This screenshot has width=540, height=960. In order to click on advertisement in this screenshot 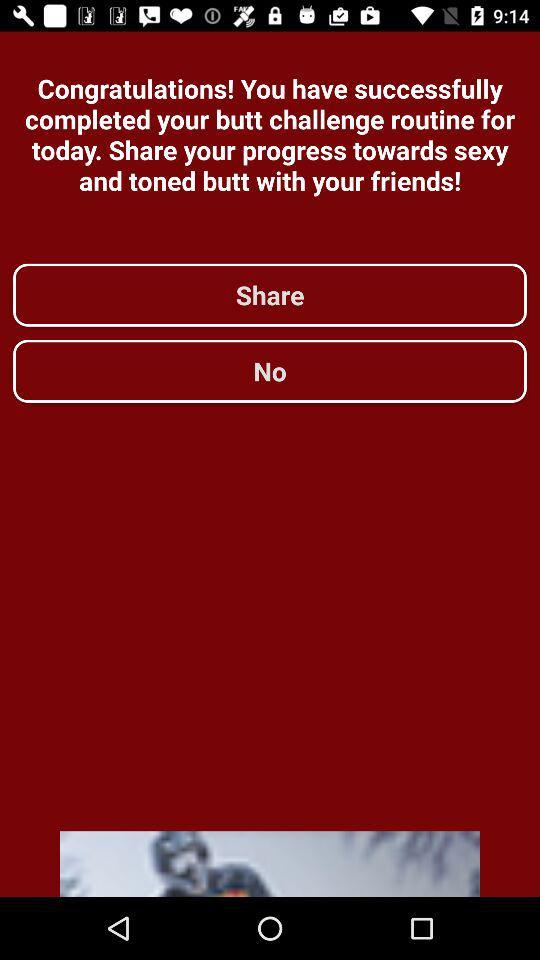, I will do `click(270, 863)`.